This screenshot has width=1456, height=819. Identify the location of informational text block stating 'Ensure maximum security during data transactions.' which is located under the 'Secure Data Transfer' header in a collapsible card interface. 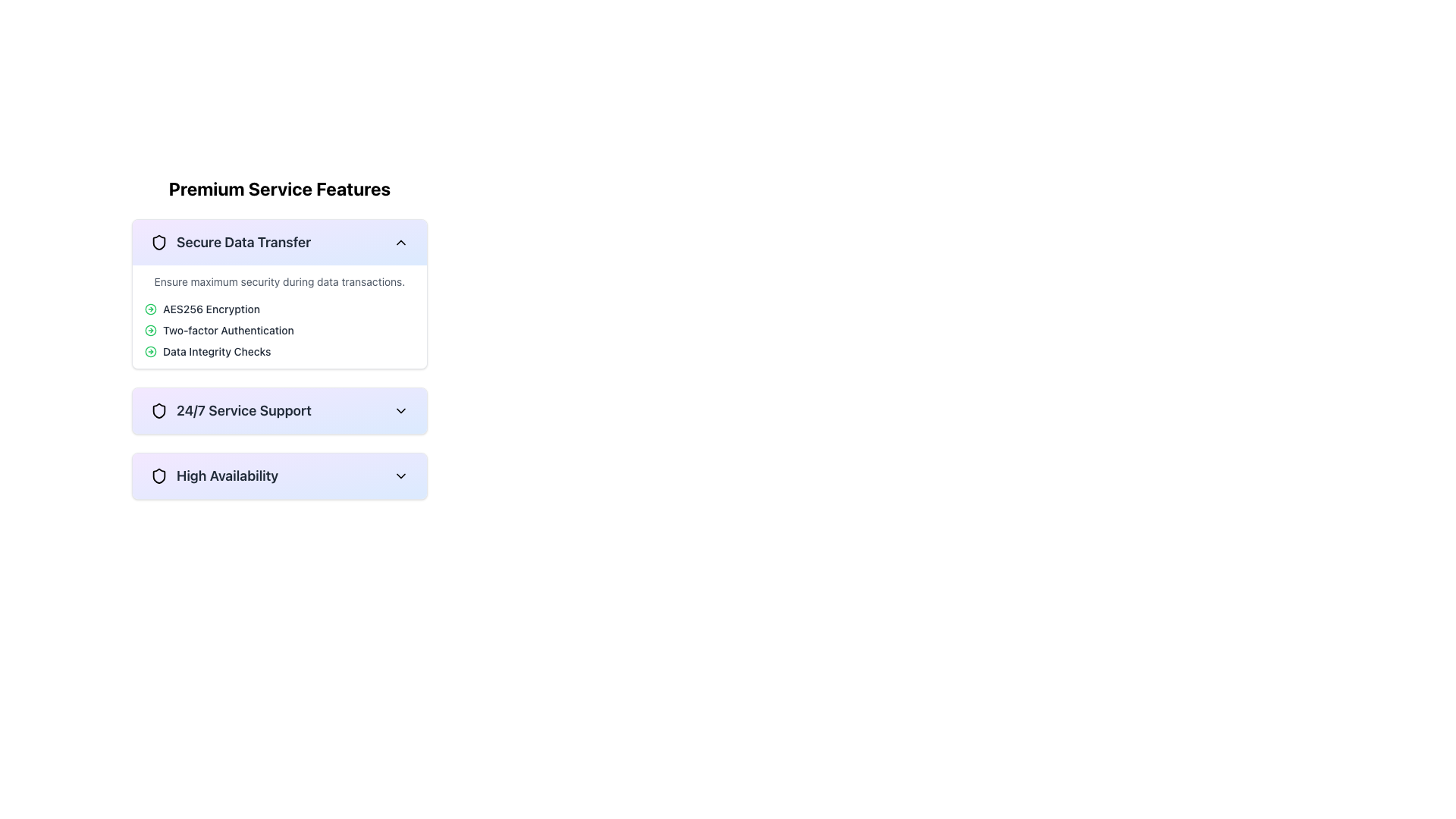
(280, 281).